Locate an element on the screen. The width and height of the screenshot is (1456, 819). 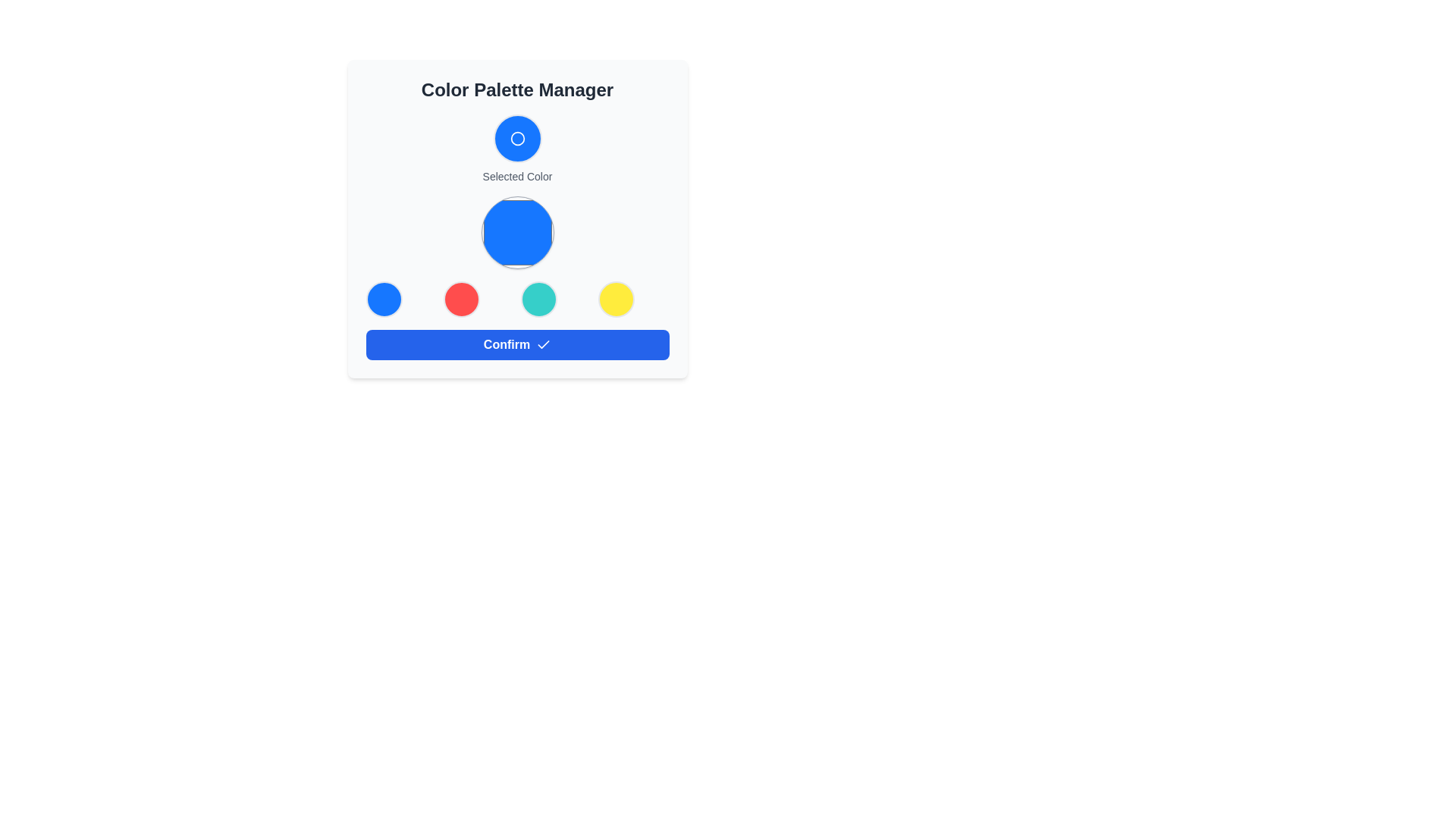
the small white stroke-circle icon that is centrally located within a larger blue circular background, part of the 'Selected Color' component is located at coordinates (517, 138).